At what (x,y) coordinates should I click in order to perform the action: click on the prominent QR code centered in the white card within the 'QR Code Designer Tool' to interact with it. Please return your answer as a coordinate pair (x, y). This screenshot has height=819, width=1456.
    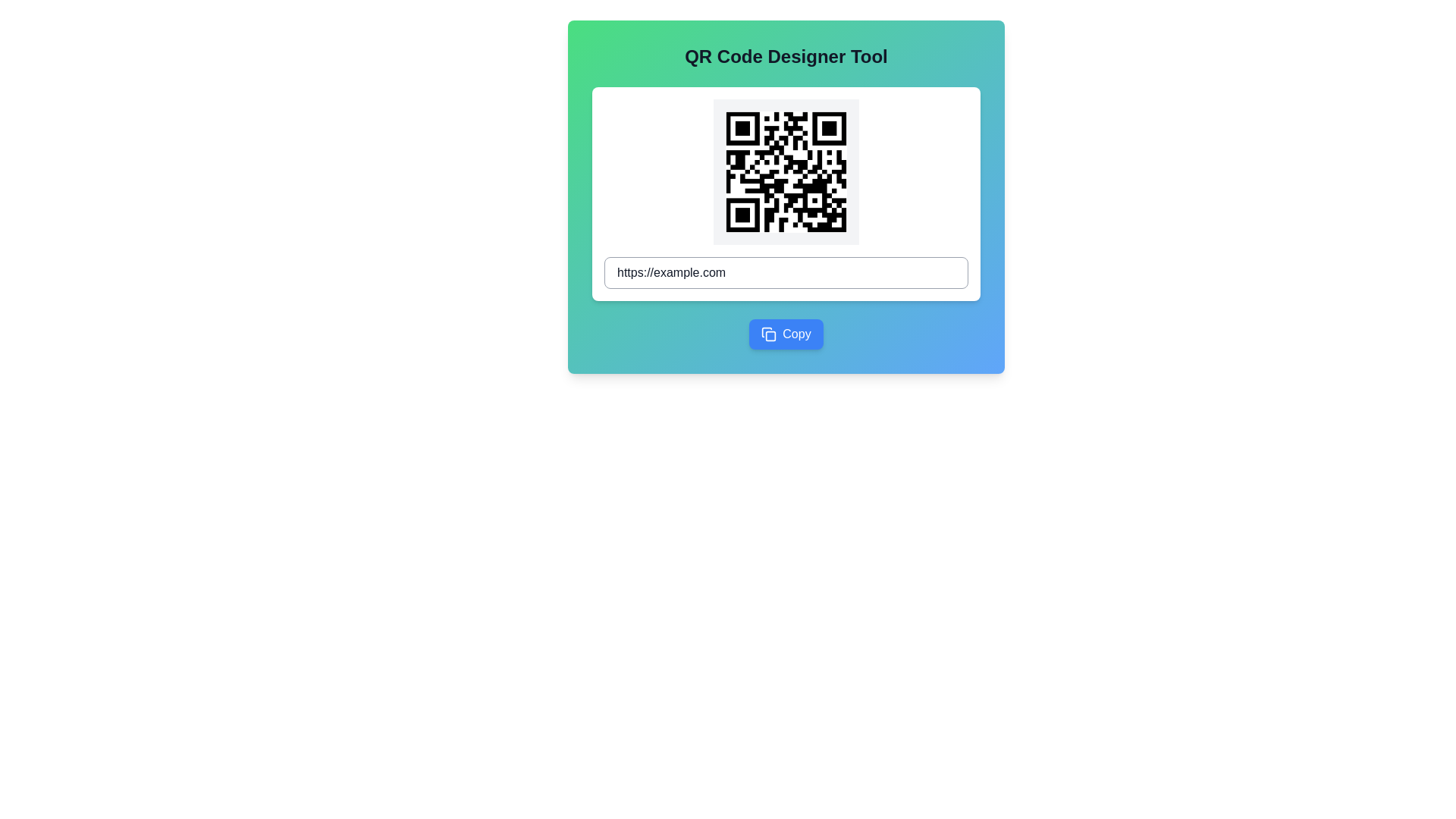
    Looking at the image, I should click on (786, 193).